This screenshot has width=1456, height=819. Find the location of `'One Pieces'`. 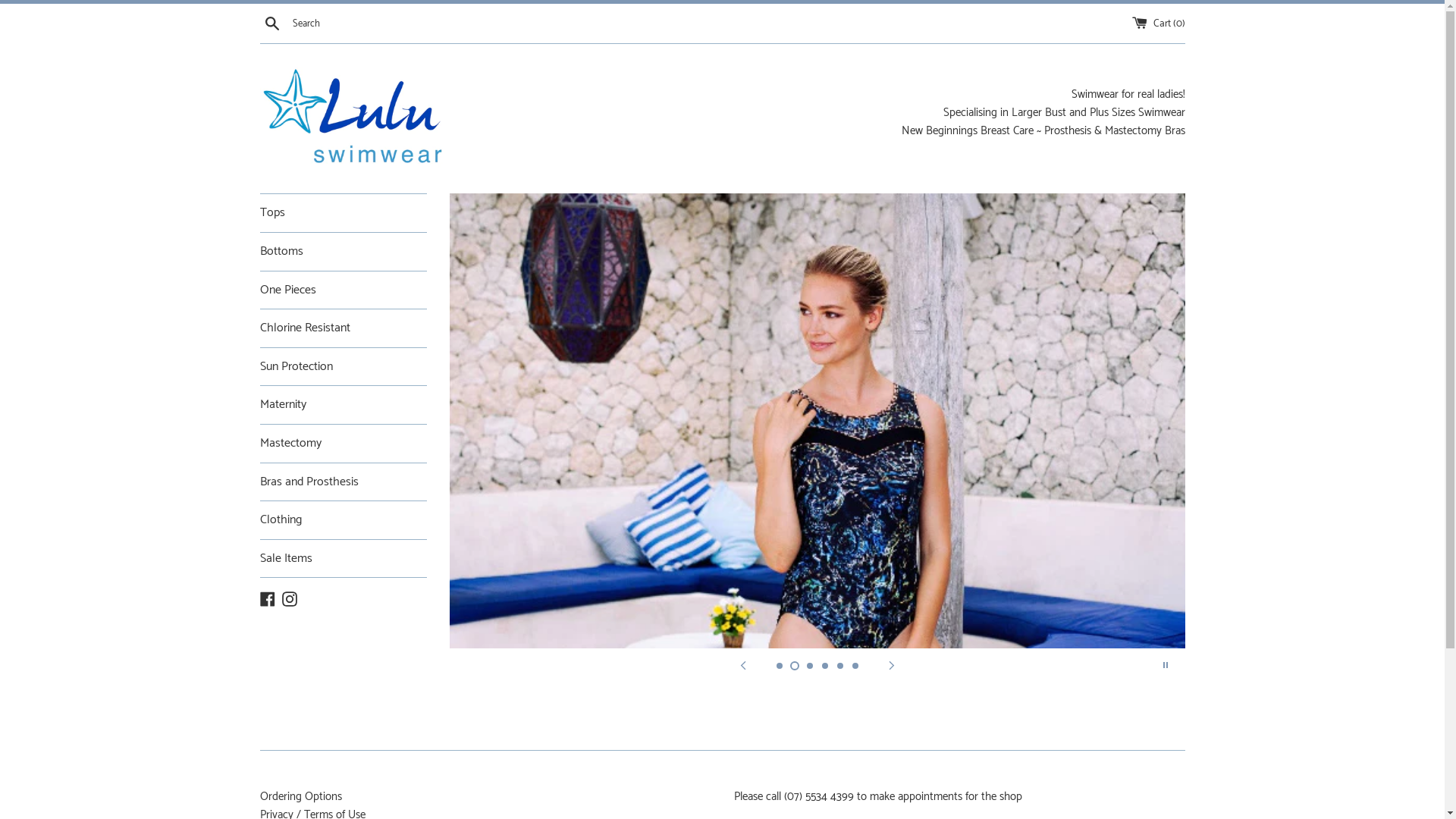

'One Pieces' is located at coordinates (341, 290).